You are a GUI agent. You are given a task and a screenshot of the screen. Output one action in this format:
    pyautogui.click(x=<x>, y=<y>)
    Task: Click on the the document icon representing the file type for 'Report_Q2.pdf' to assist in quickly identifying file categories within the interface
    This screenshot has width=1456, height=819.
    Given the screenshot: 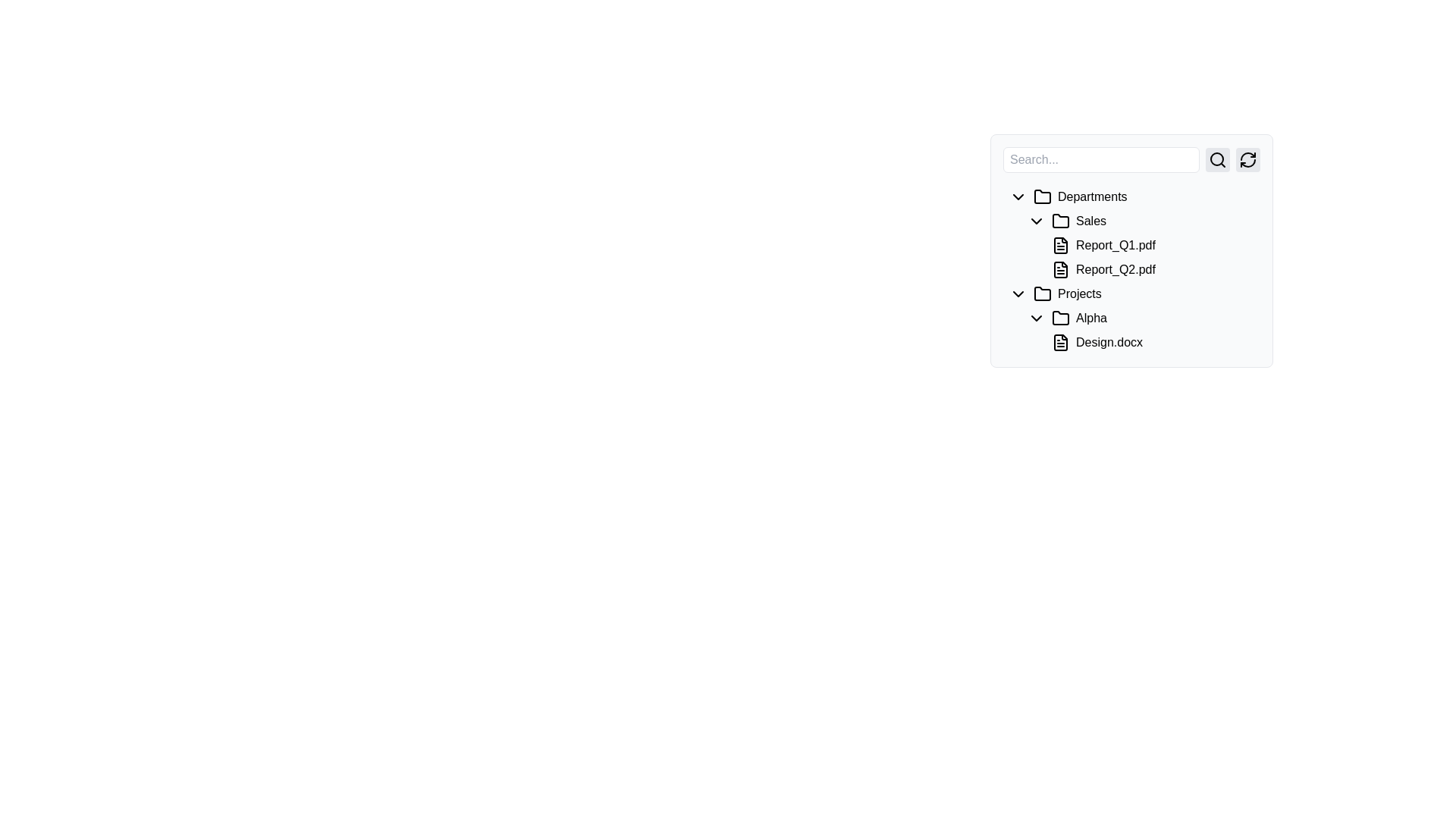 What is the action you would take?
    pyautogui.click(x=1062, y=268)
    